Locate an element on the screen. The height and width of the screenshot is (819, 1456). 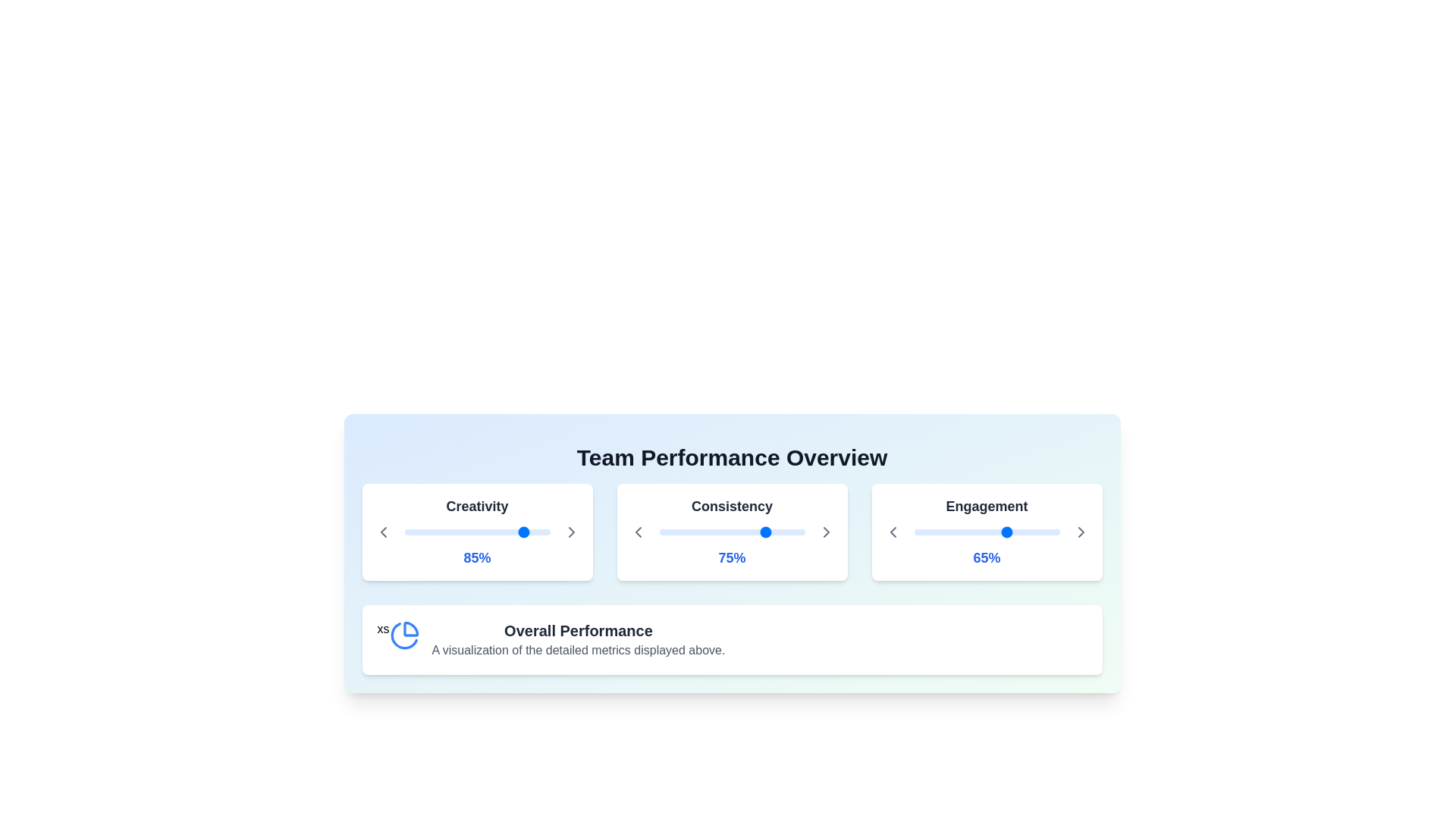
'Overall Performance' text label, which is styled in a large, bold dark gray font and located at the top of its section, below the 'Team Performance Overview' is located at coordinates (578, 631).